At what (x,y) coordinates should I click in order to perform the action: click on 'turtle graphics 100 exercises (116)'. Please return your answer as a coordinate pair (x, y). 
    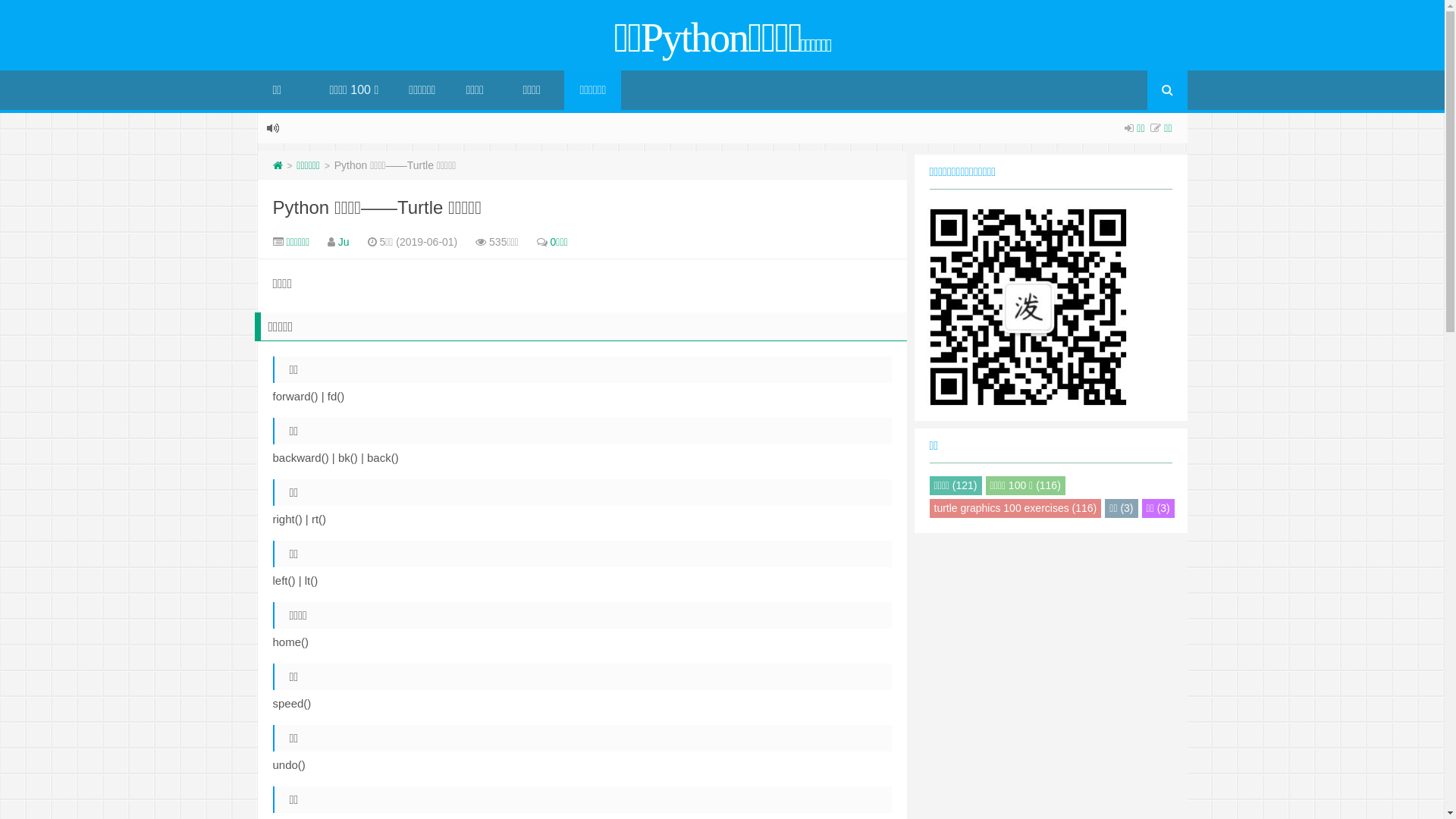
    Looking at the image, I should click on (1015, 508).